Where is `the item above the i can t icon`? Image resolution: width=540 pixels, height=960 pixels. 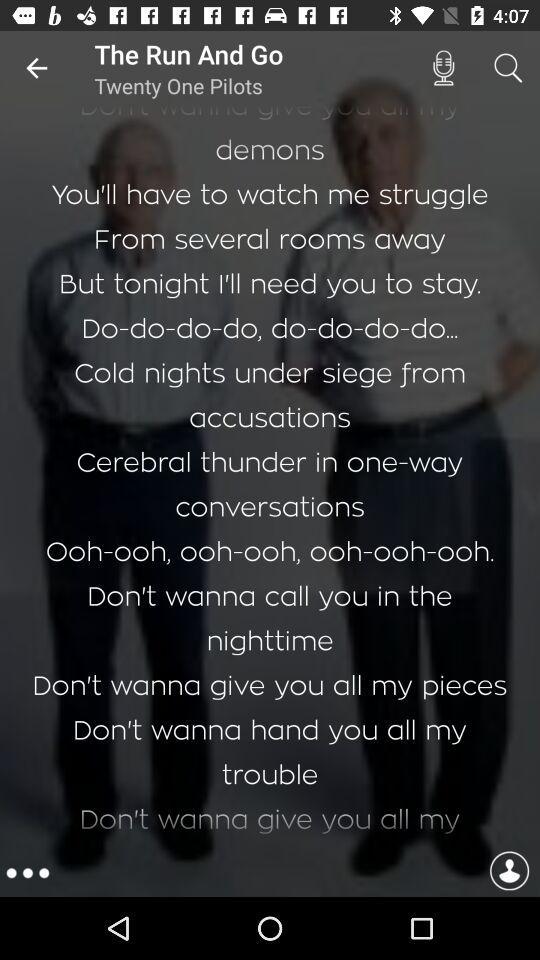
the item above the i can t icon is located at coordinates (36, 68).